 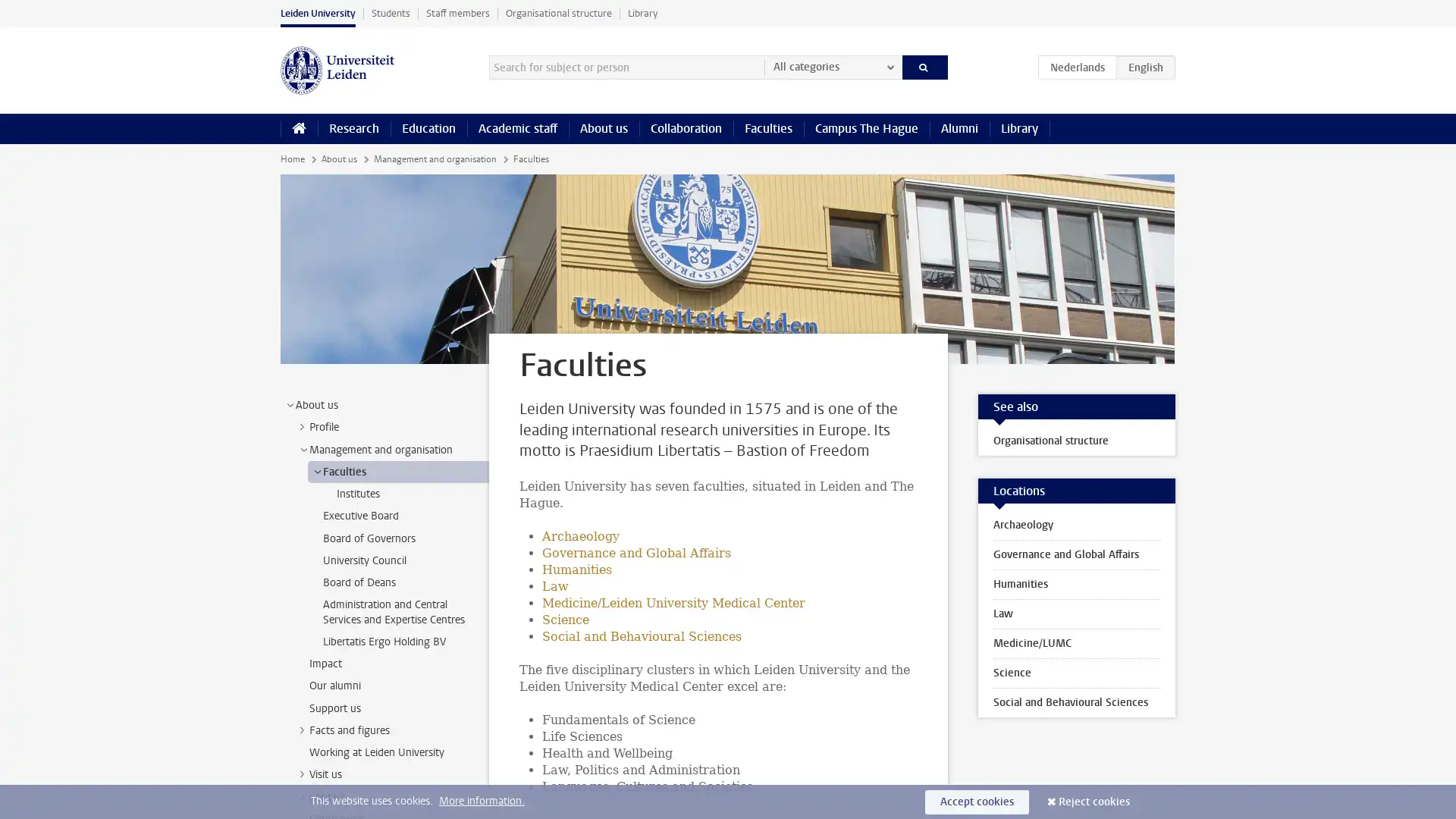 I want to click on >, so click(x=303, y=448).